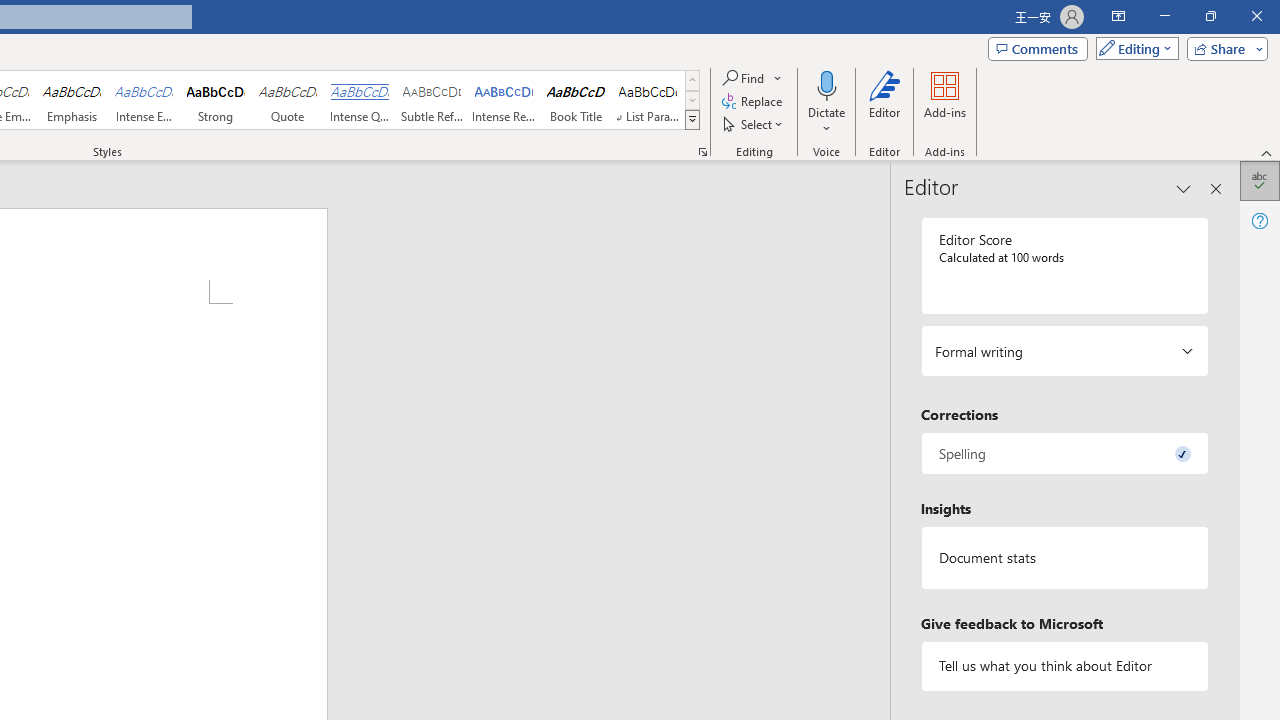  What do you see at coordinates (1063, 558) in the screenshot?
I see `'Document statistics'` at bounding box center [1063, 558].